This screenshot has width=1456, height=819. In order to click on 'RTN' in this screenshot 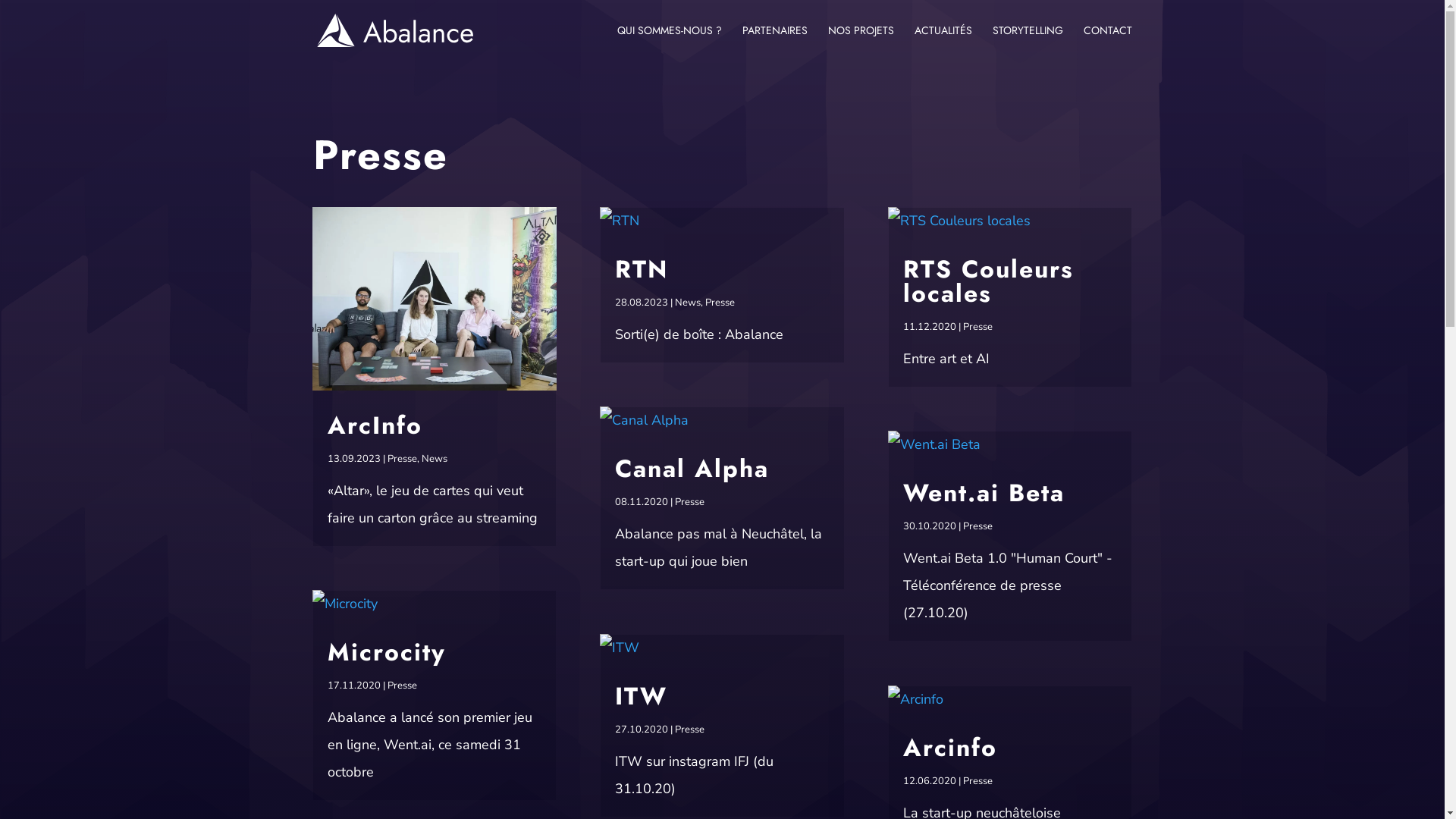, I will do `click(641, 268)`.